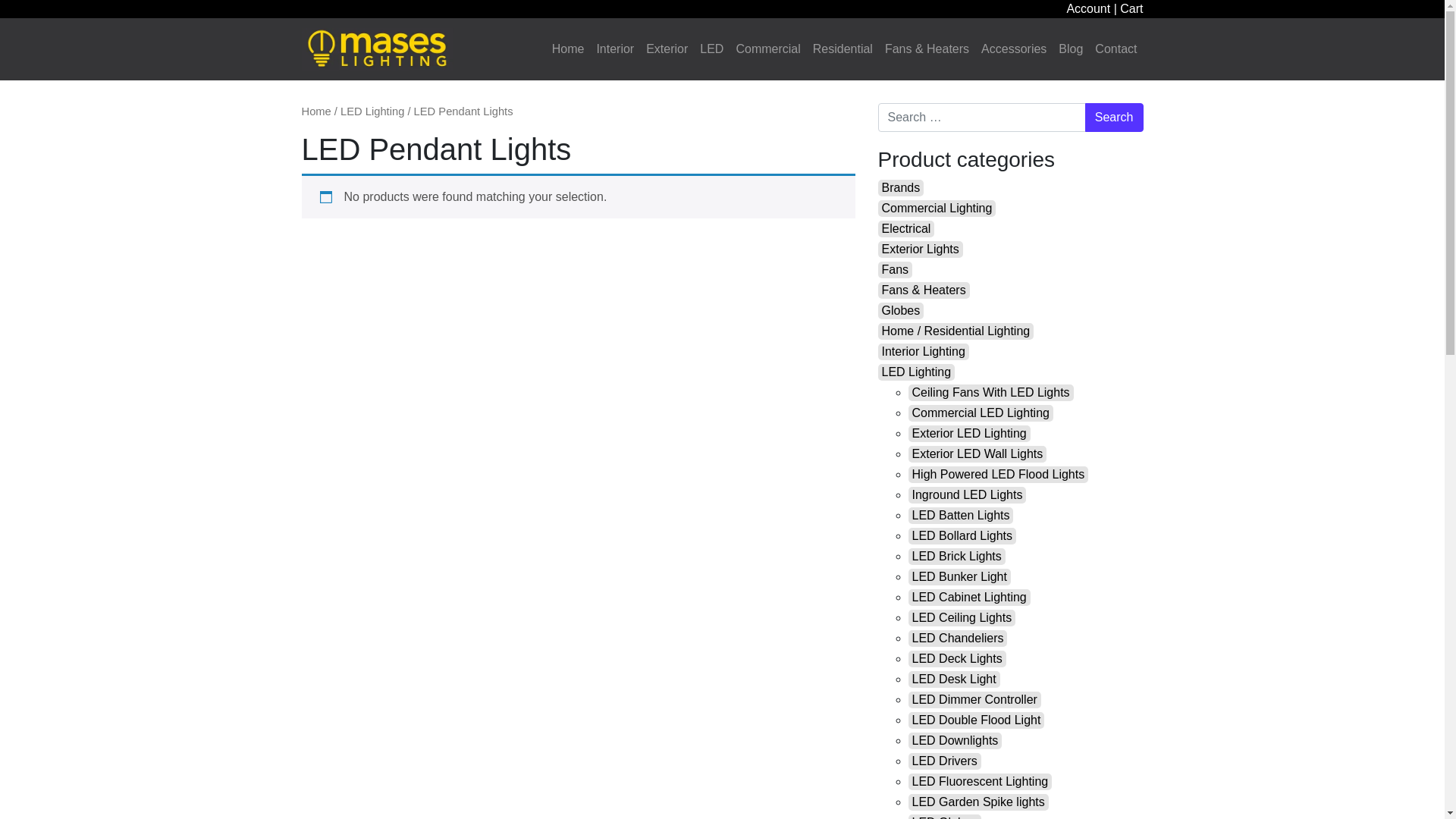  What do you see at coordinates (944, 761) in the screenshot?
I see `'LED Drivers'` at bounding box center [944, 761].